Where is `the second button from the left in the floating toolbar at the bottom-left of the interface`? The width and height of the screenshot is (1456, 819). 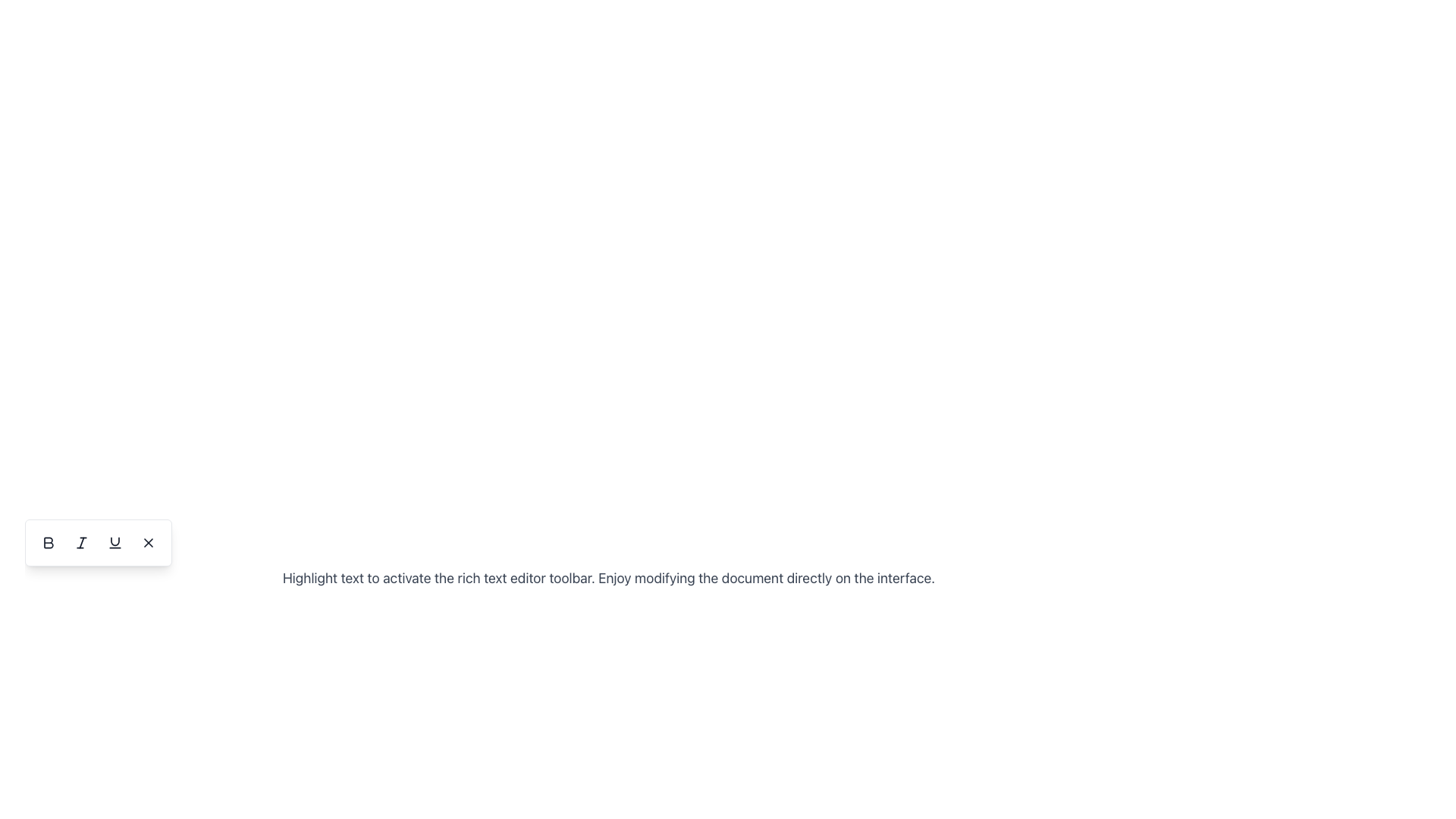
the second button from the left in the floating toolbar at the bottom-left of the interface is located at coordinates (81, 542).